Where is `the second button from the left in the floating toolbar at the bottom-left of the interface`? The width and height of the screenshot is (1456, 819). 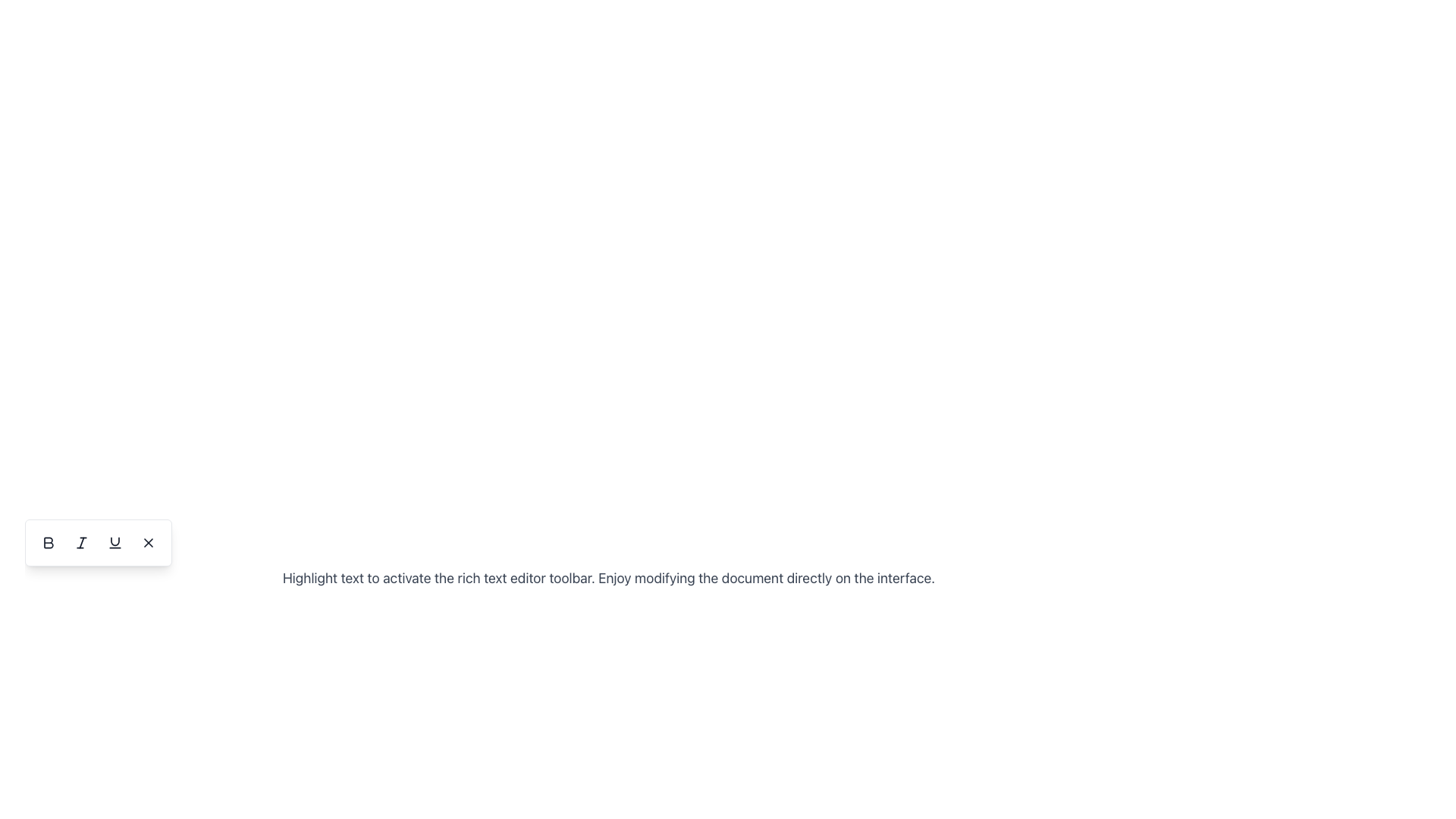
the second button from the left in the floating toolbar at the bottom-left of the interface is located at coordinates (81, 542).